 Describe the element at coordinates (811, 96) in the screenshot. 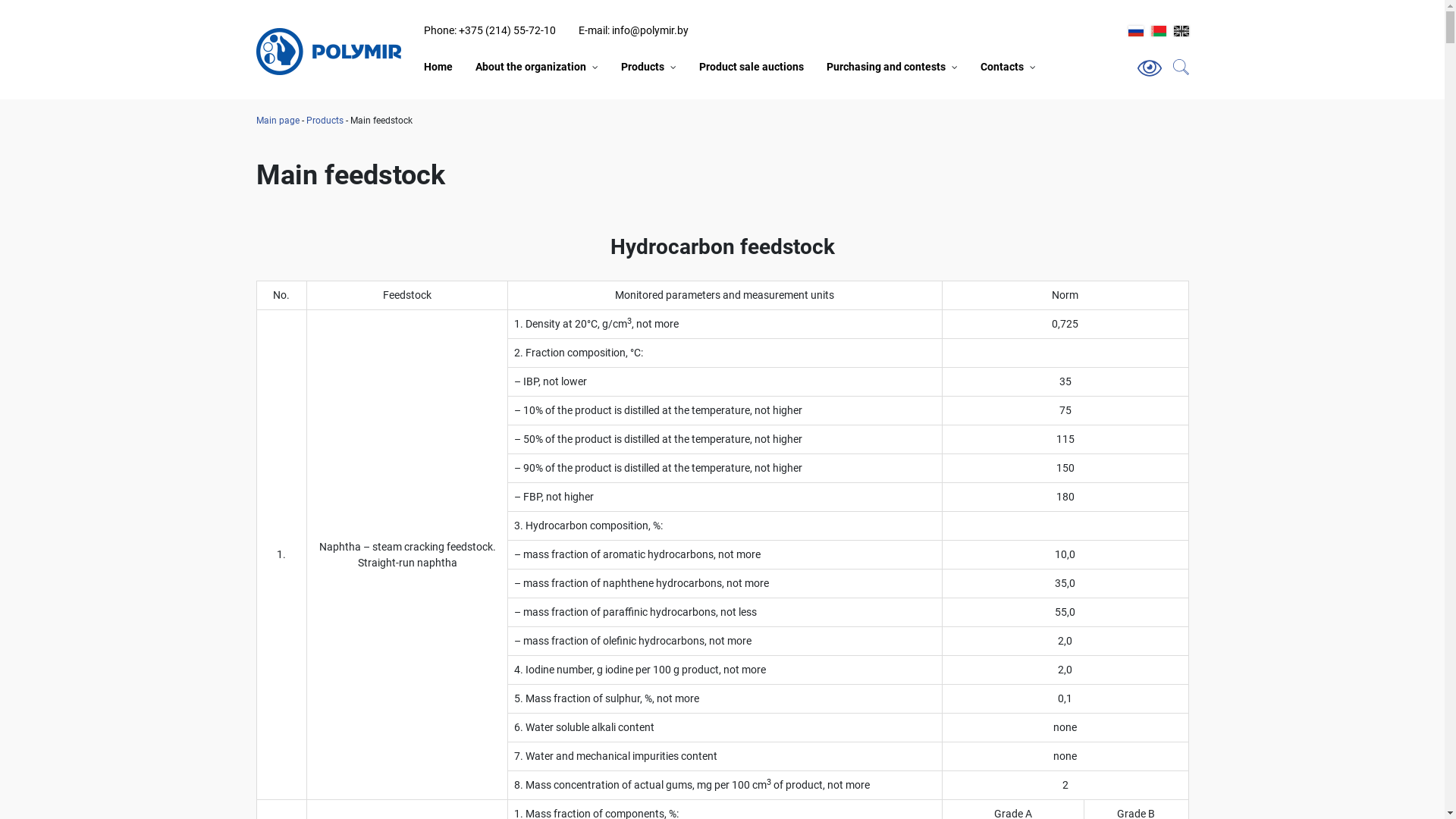

I see `'Purchase of chemical raw materials and auxiliary materials'` at that location.